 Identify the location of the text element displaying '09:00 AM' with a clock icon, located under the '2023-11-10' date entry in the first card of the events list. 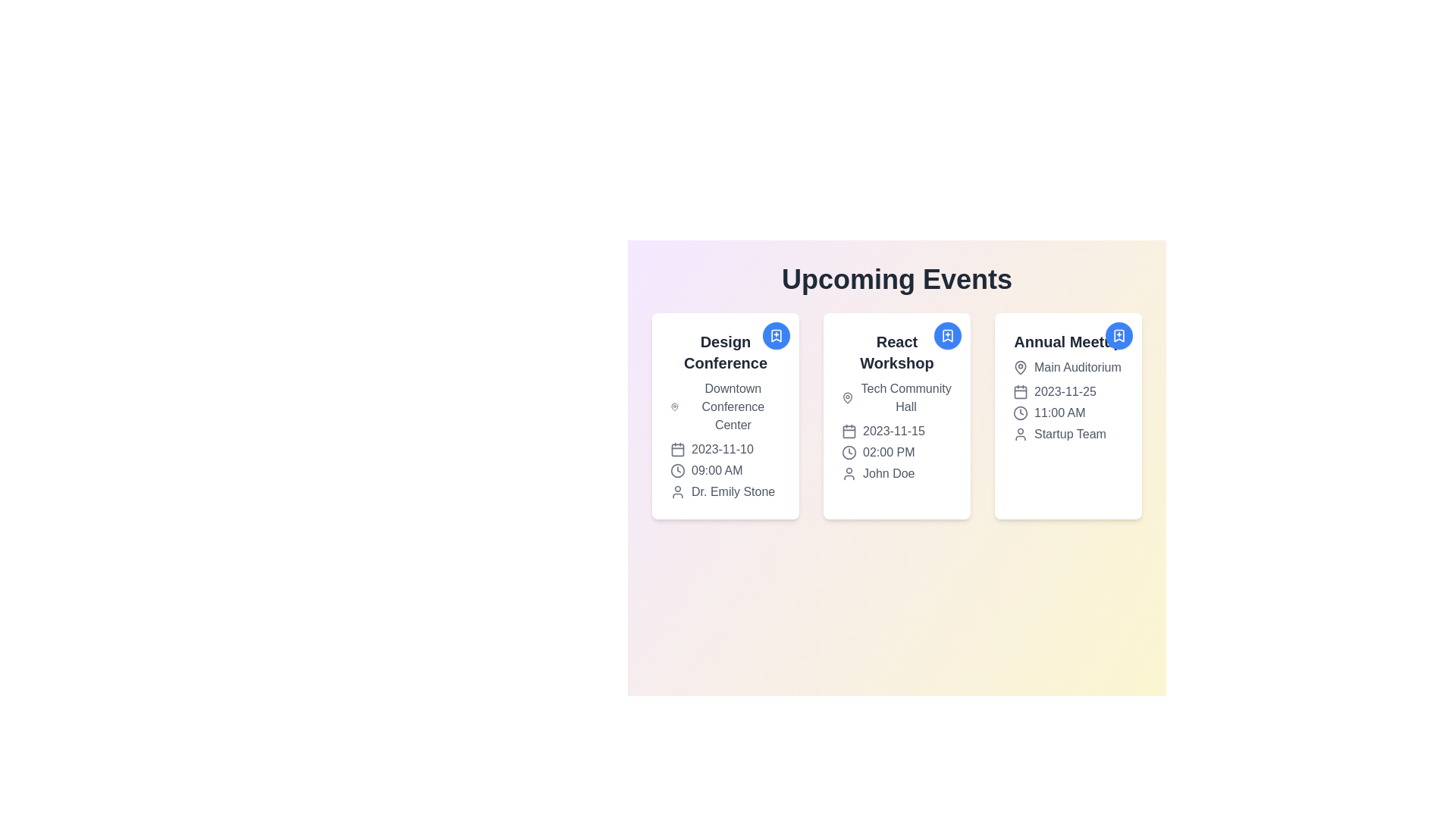
(724, 470).